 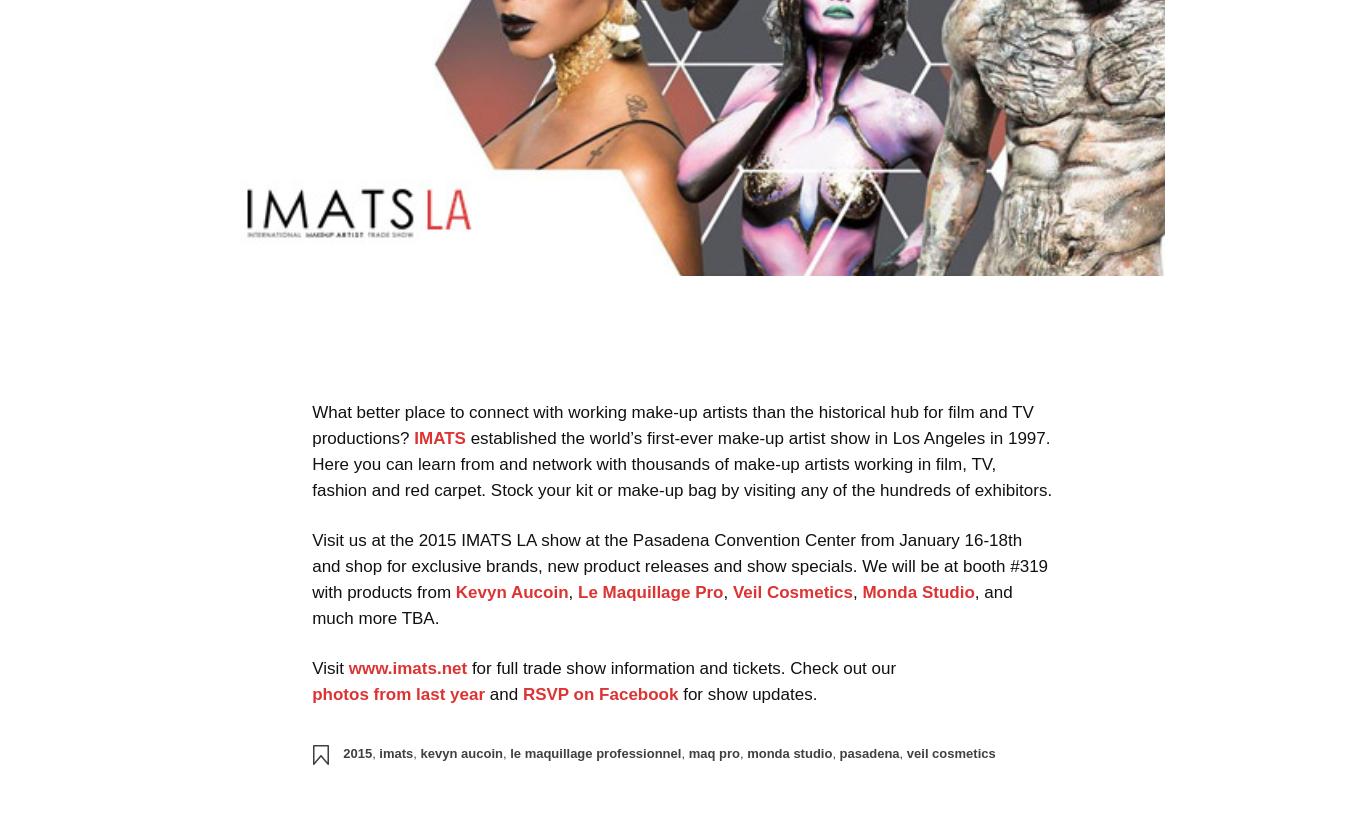 I want to click on 'for full trade show information and tickets. Check out our', so click(x=680, y=667).